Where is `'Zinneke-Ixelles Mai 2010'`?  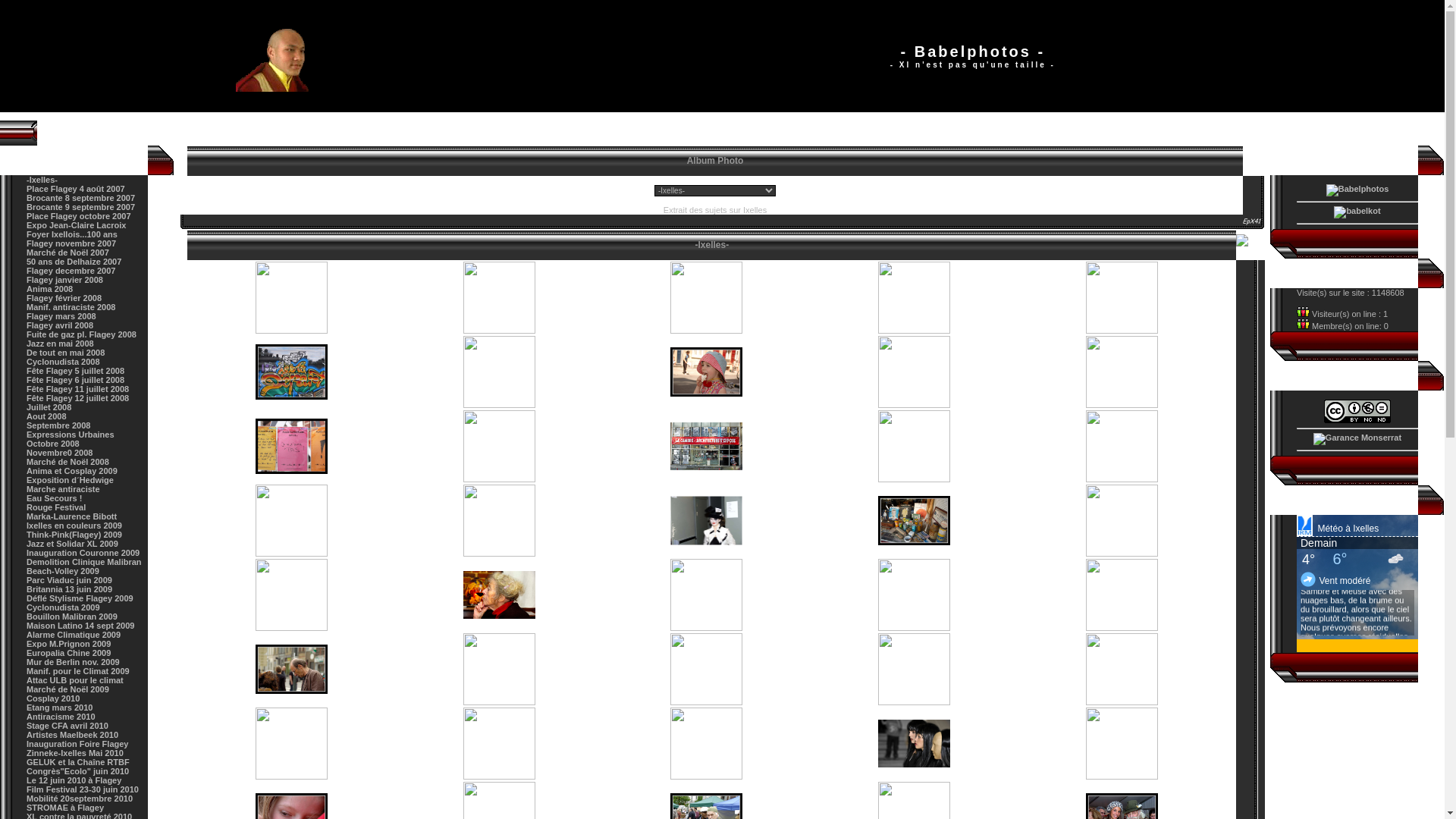
'Zinneke-Ixelles Mai 2010' is located at coordinates (74, 752).